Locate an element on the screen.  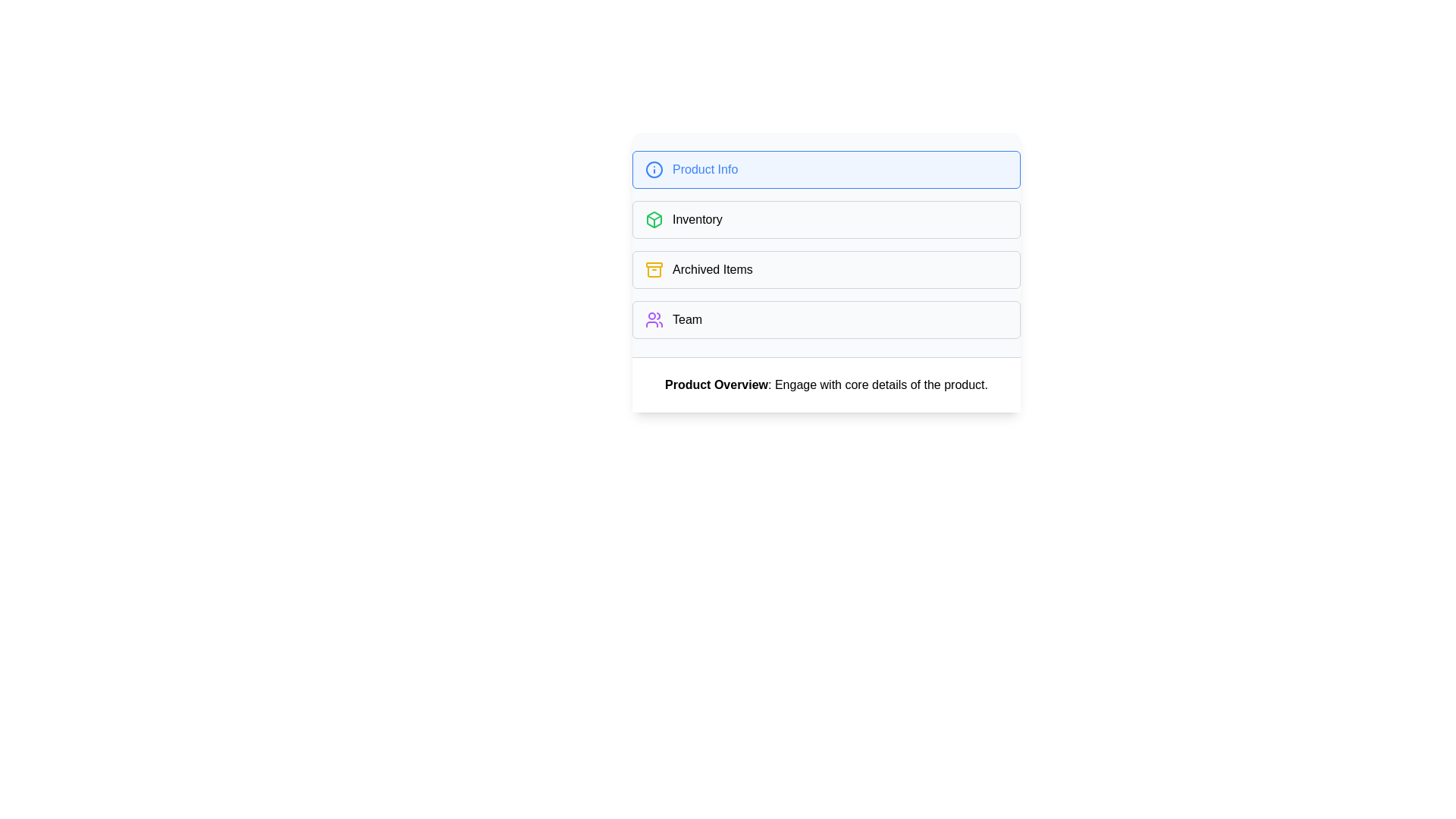
the tab titled Product Info by clicking on its title is located at coordinates (825, 169).